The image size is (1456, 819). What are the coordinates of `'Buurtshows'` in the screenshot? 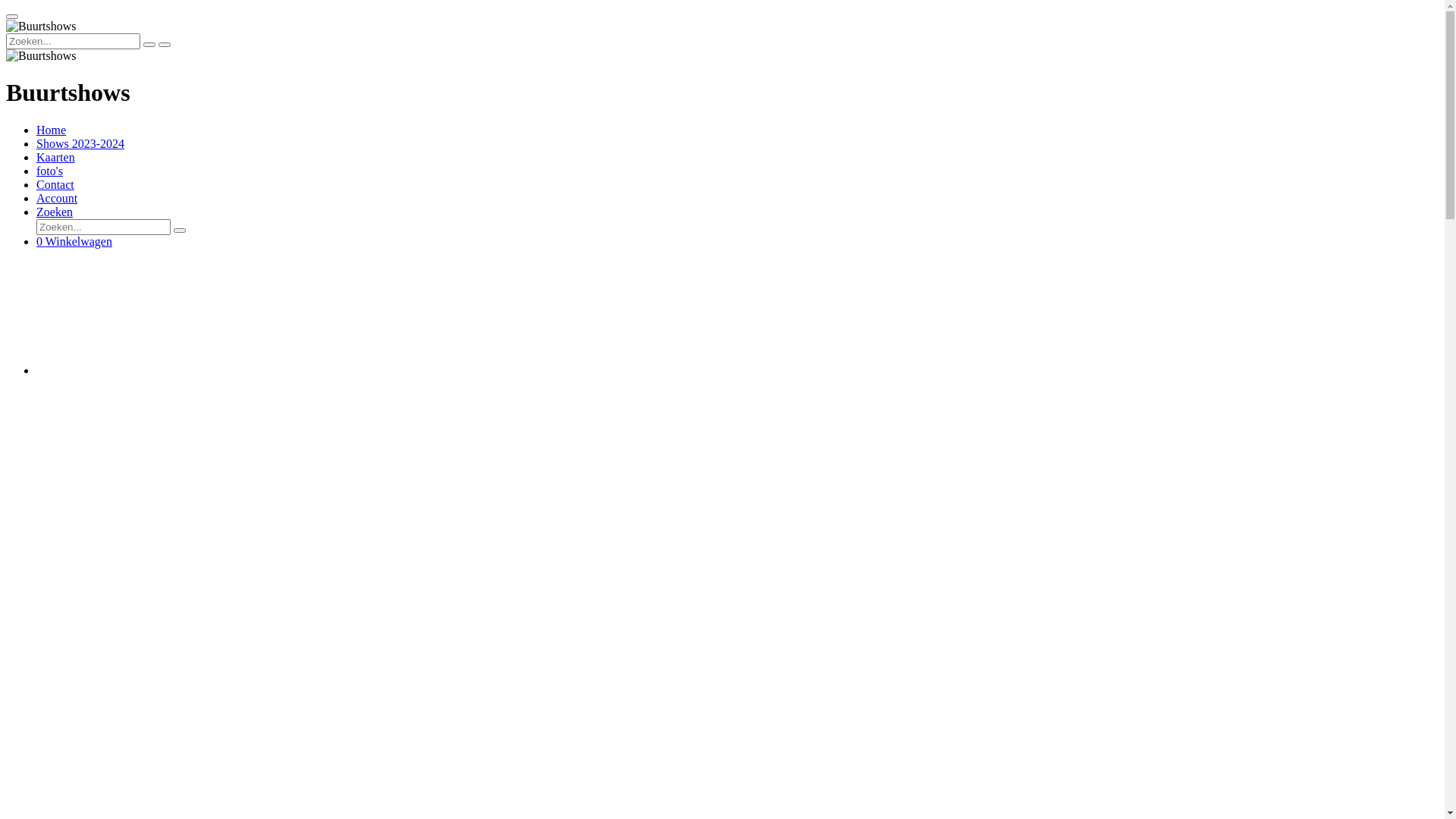 It's located at (40, 55).